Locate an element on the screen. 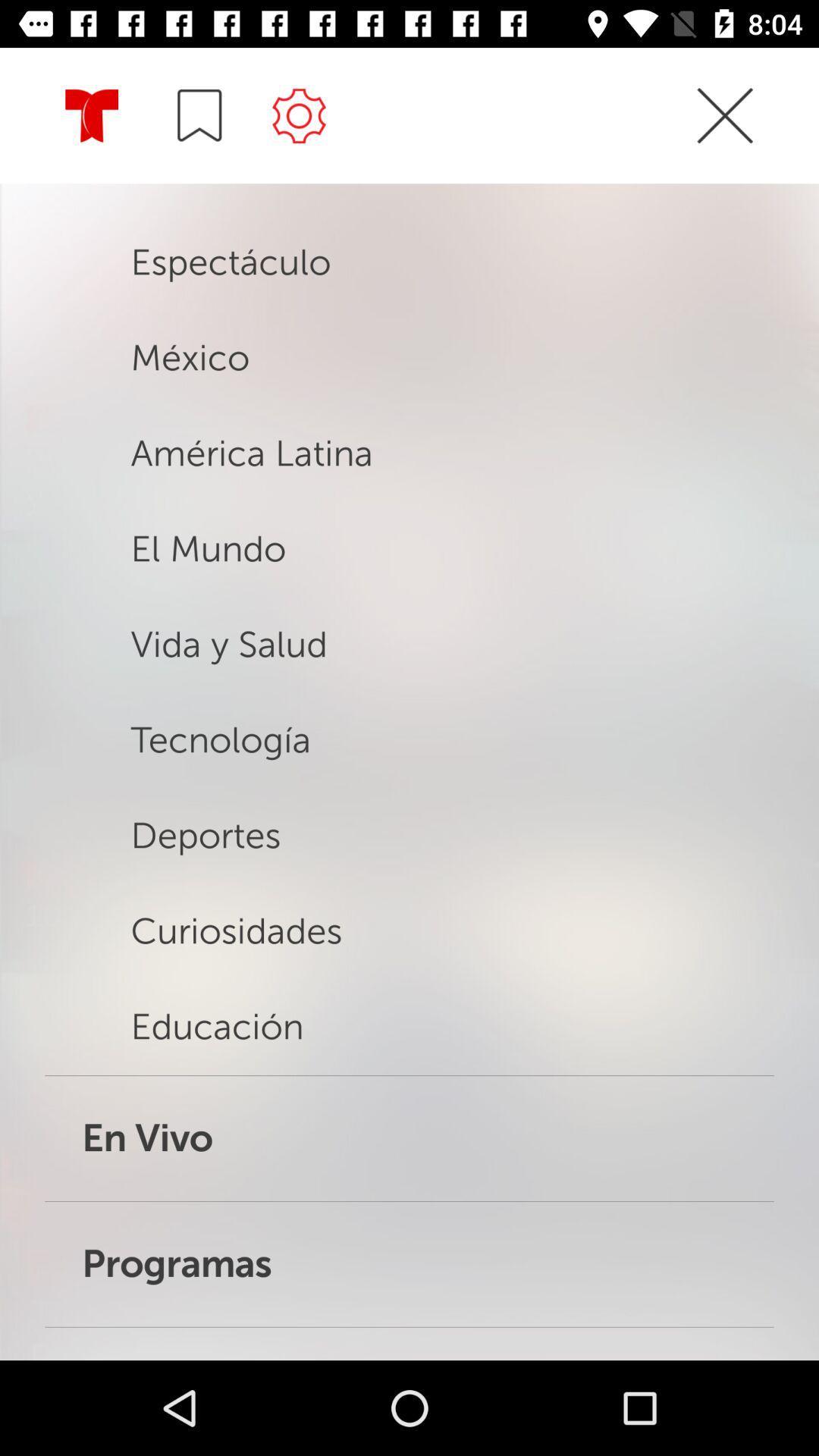  the text below vida y  salud is located at coordinates (309, 766).